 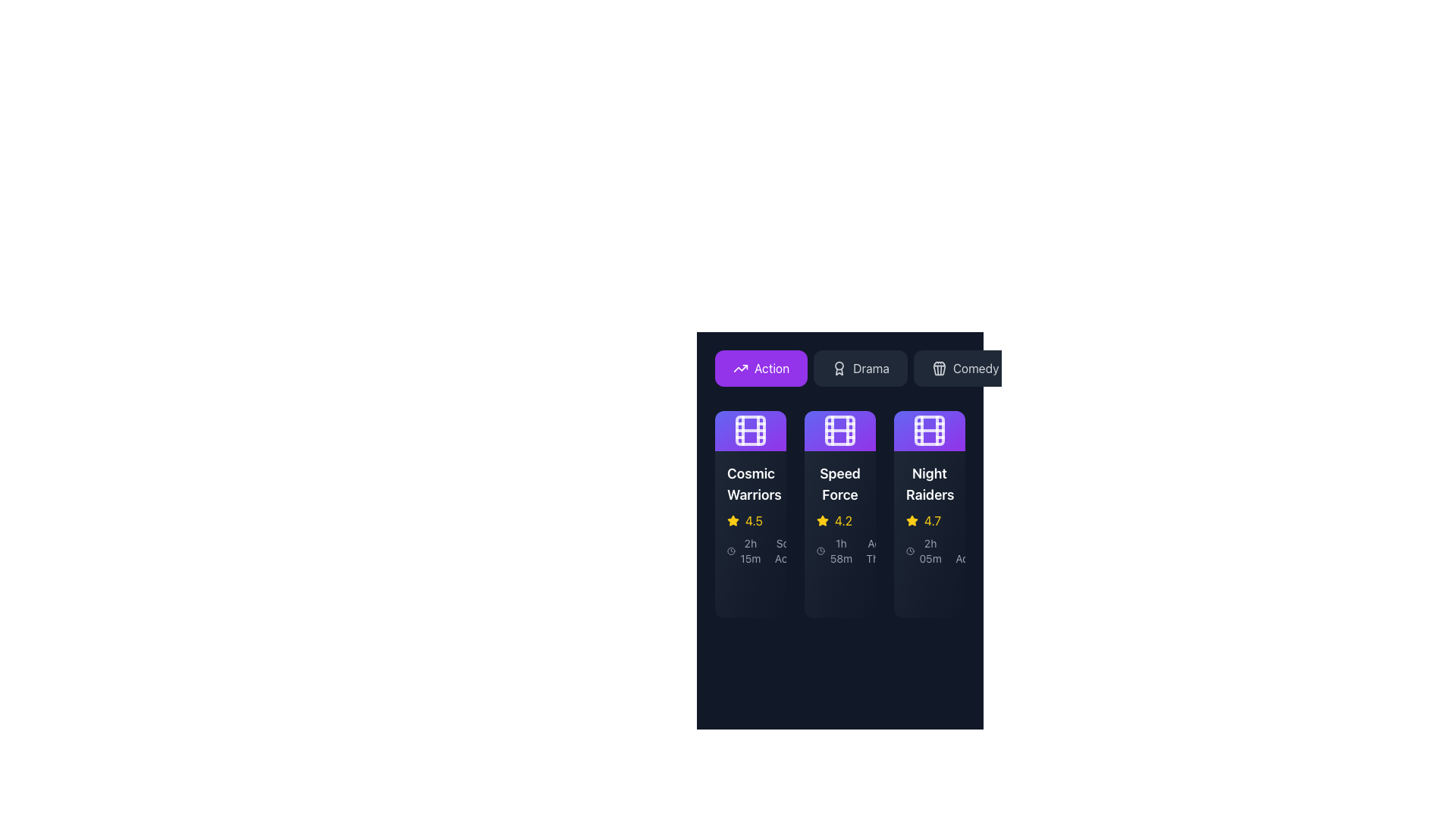 I want to click on the informational card for the movie 'Speed Force', which is the second card in a row of three cards, located between the 'Cosmic Warriors' card and the 'Night Raiders' card, so click(x=839, y=513).